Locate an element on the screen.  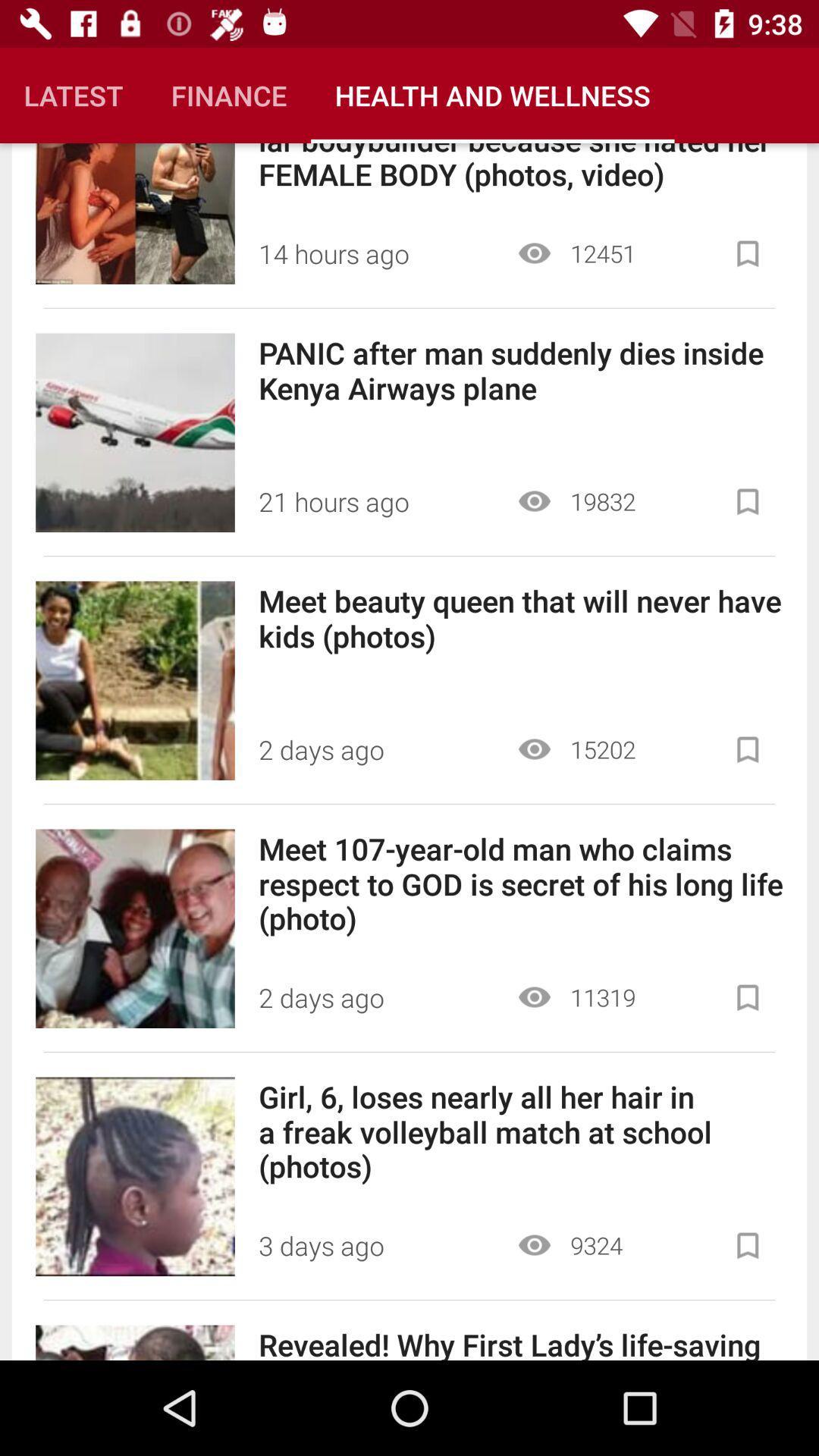
bookmark article is located at coordinates (747, 253).